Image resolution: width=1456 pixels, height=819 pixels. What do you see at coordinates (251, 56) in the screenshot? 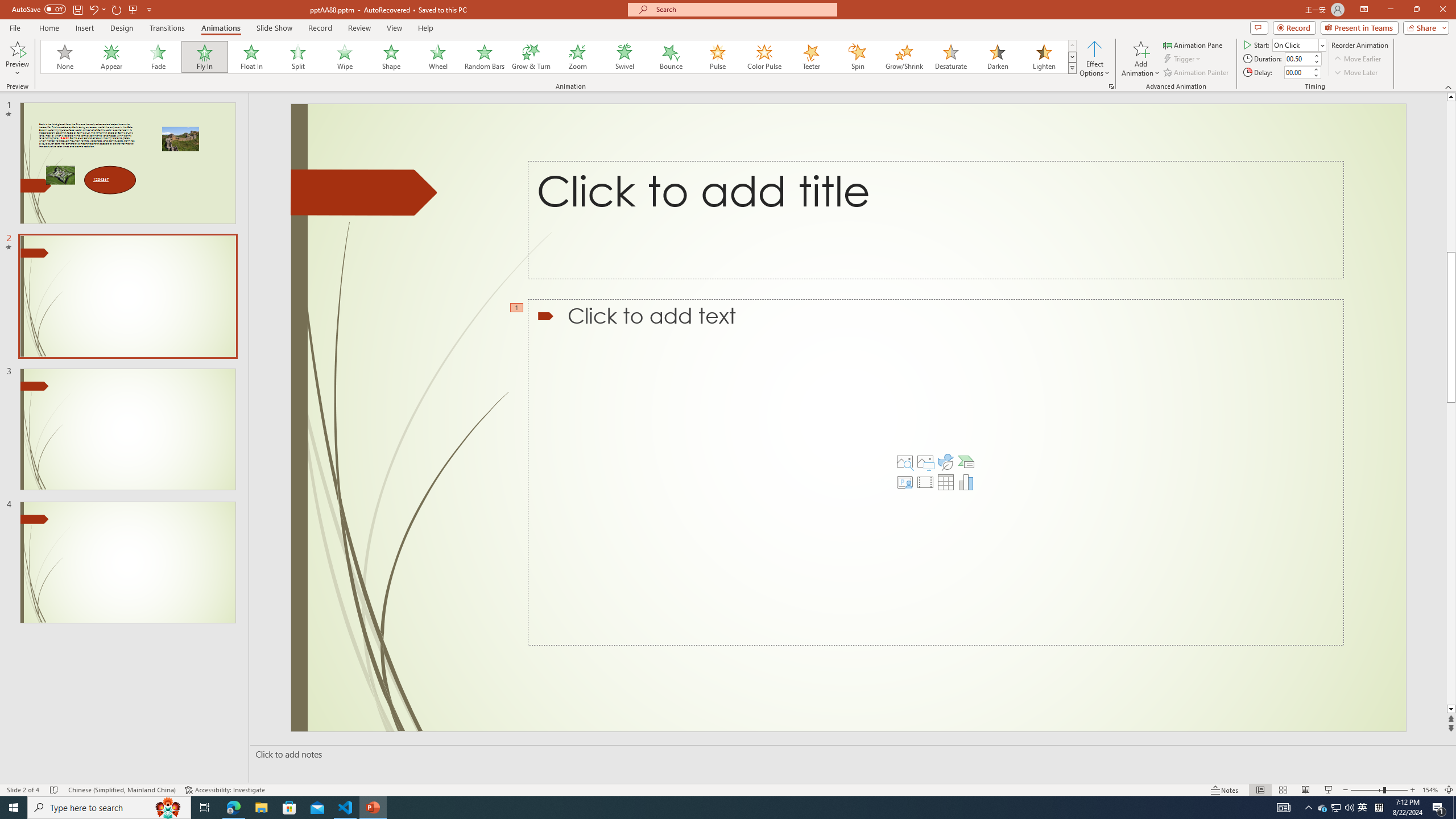
I see `'Float In'` at bounding box center [251, 56].